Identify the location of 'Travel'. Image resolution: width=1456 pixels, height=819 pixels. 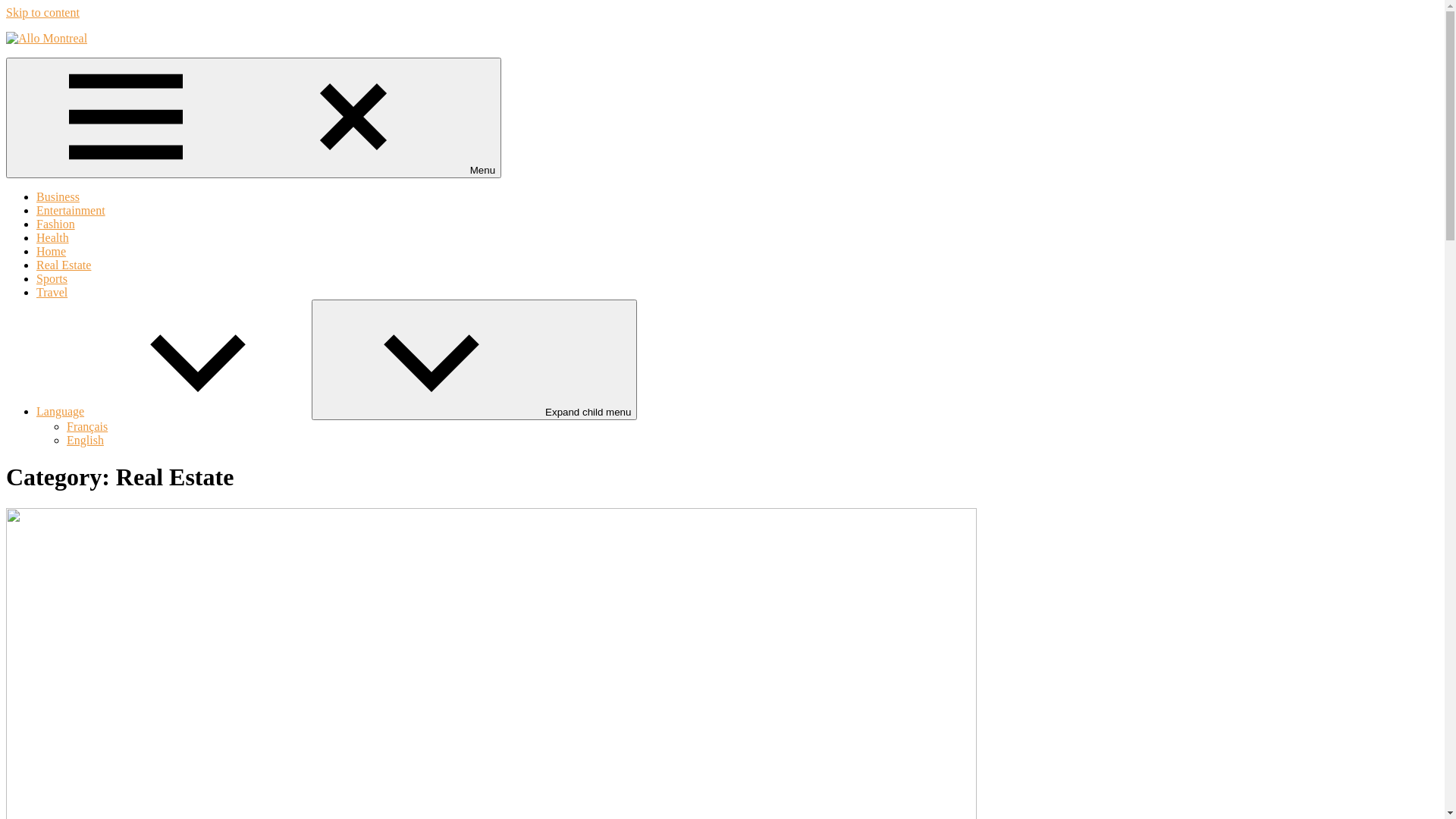
(36, 292).